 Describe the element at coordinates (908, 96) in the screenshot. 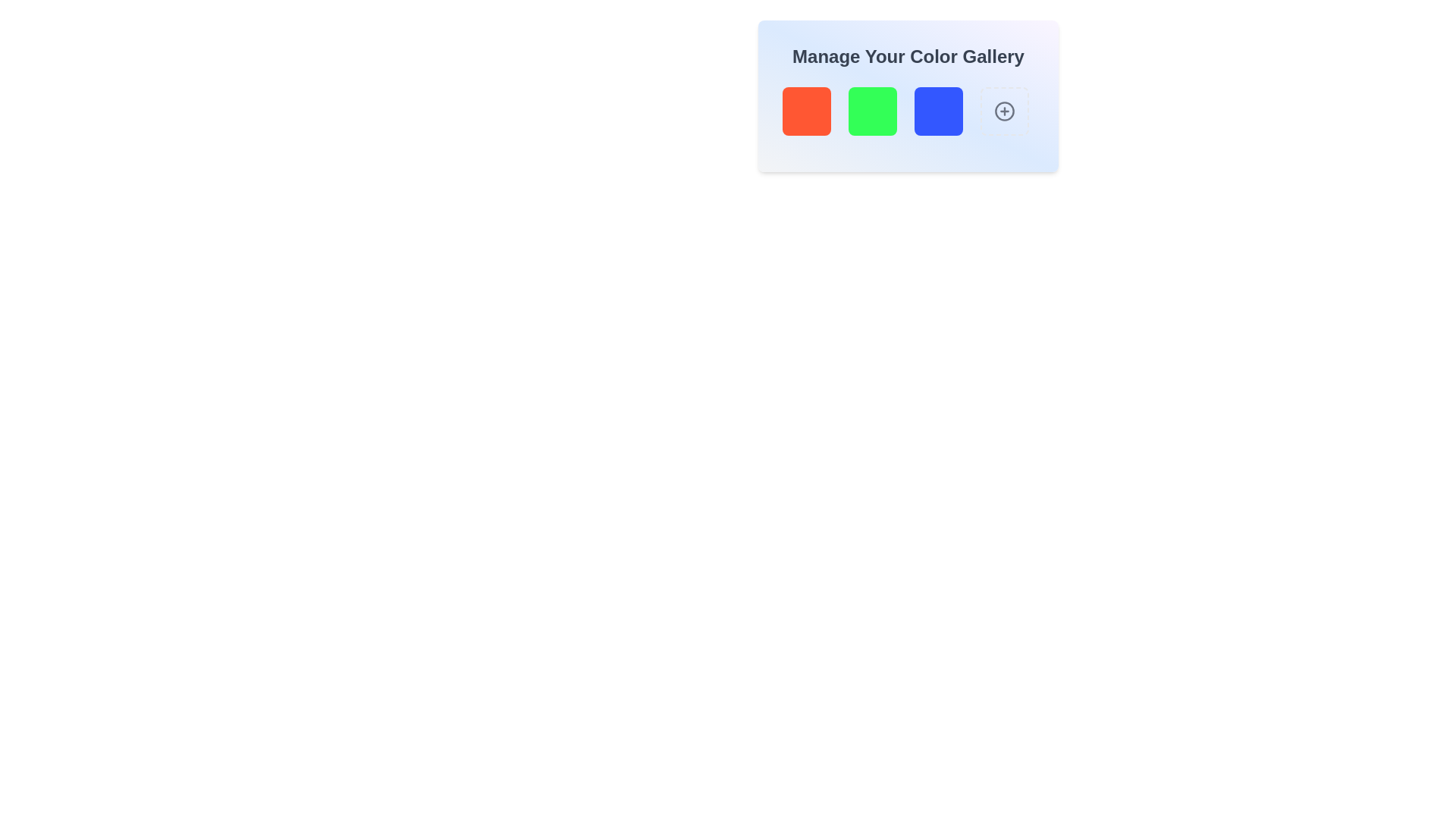

I see `a color square within the Color management display panel` at that location.